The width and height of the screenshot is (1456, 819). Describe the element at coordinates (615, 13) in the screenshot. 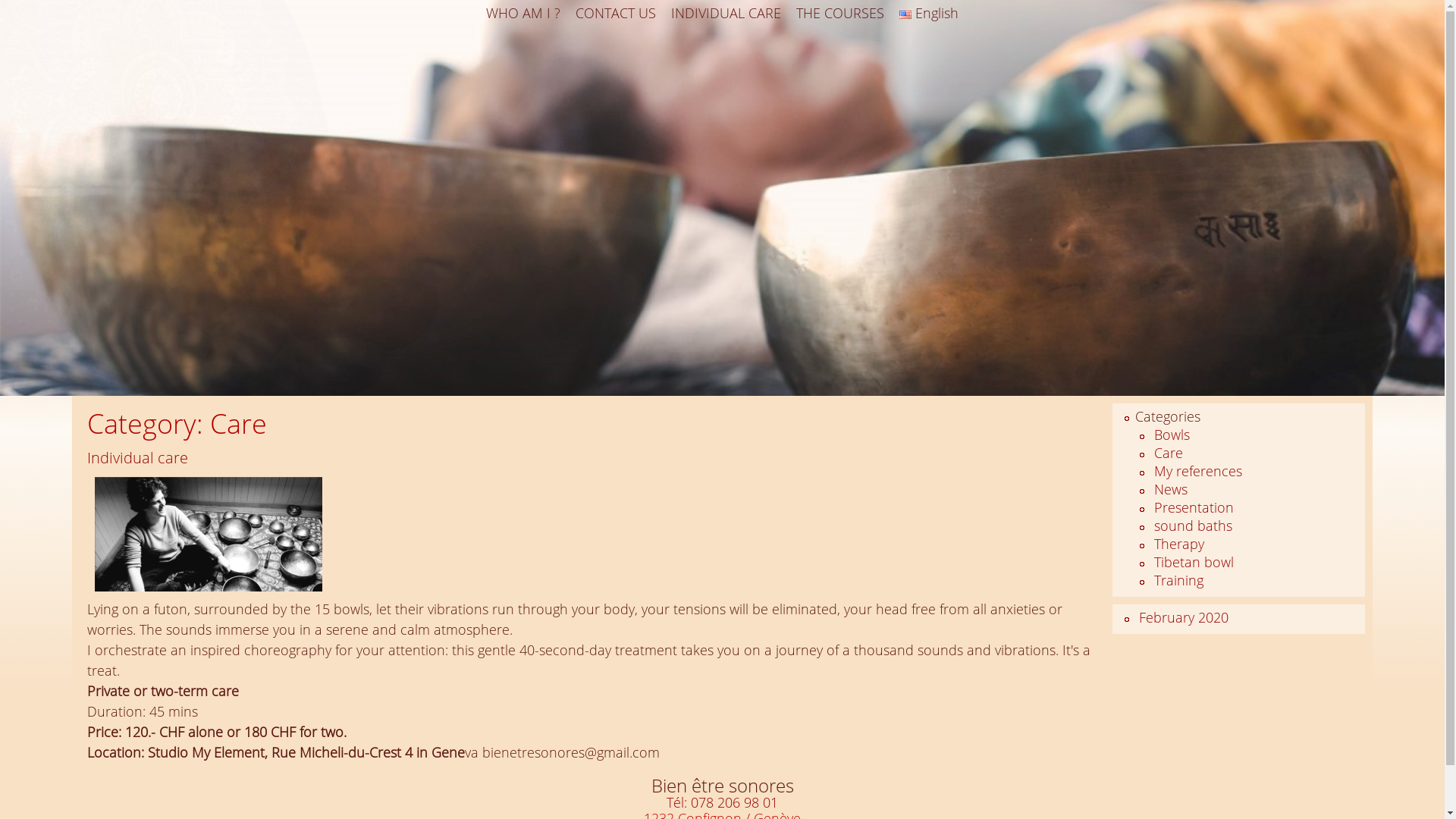

I see `'CONTACT US'` at that location.